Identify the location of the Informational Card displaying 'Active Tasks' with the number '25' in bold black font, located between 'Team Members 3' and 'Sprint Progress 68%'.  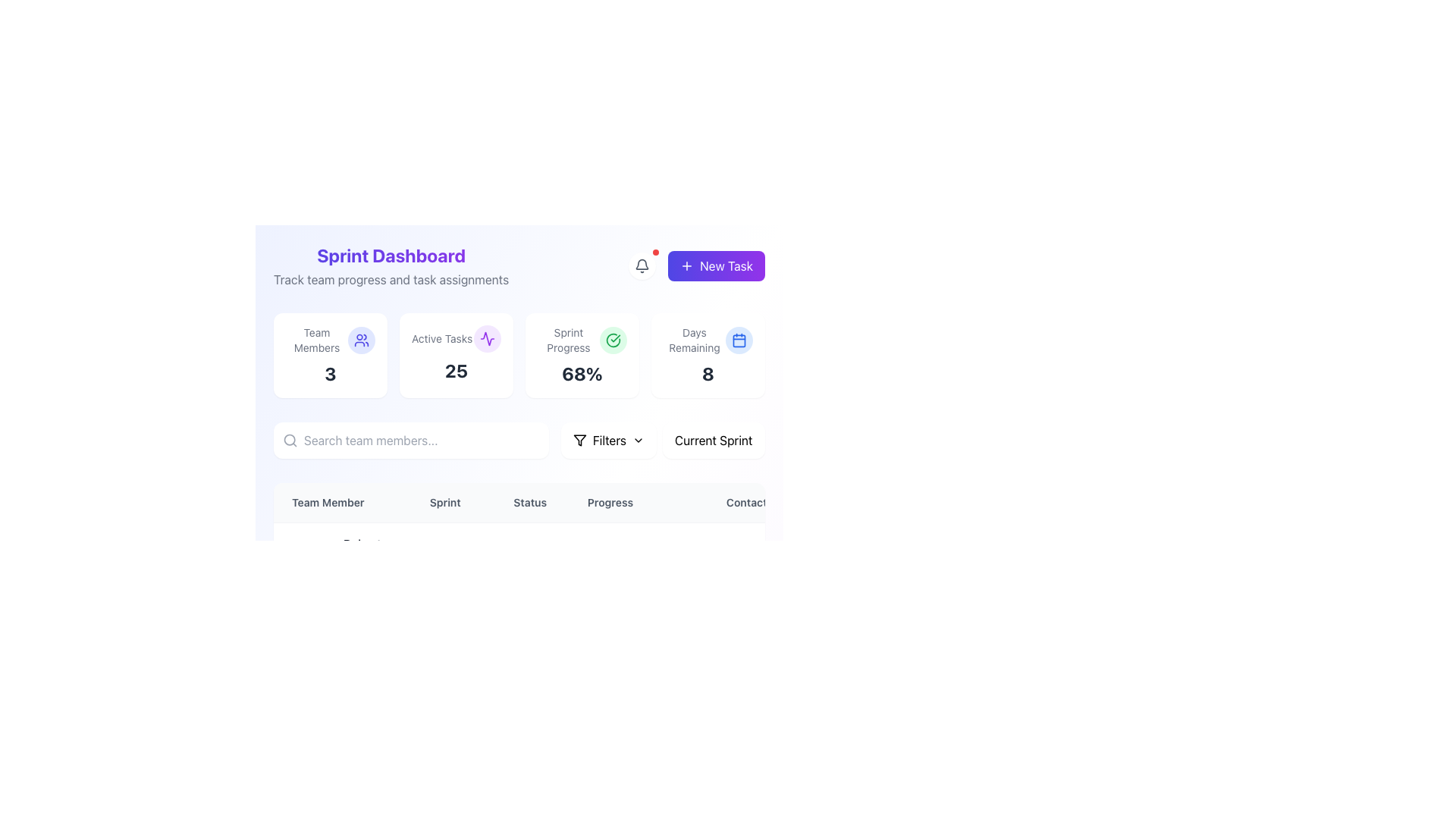
(455, 356).